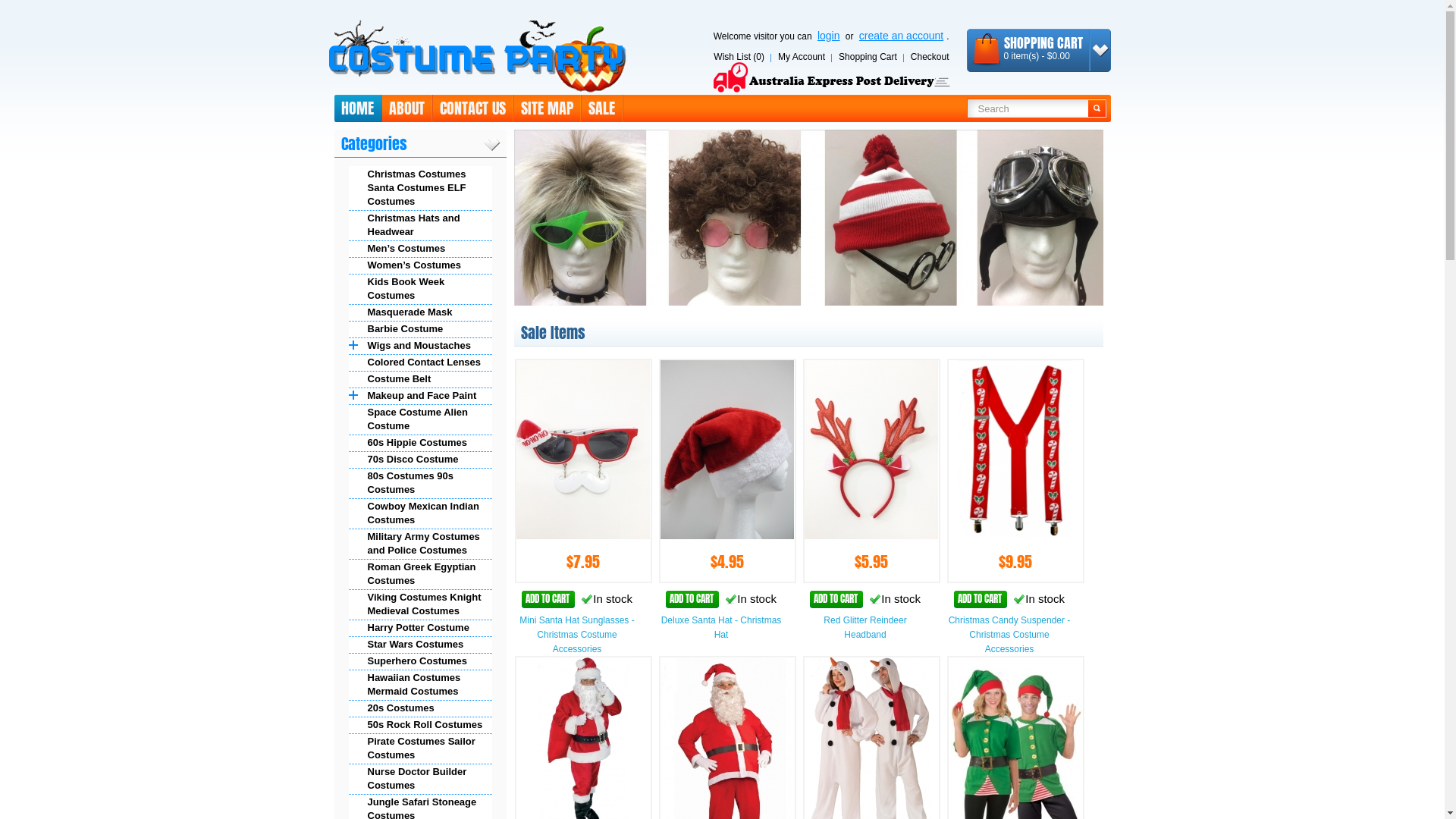 Image resolution: width=1456 pixels, height=819 pixels. What do you see at coordinates (420, 458) in the screenshot?
I see `'70s Disco Costume'` at bounding box center [420, 458].